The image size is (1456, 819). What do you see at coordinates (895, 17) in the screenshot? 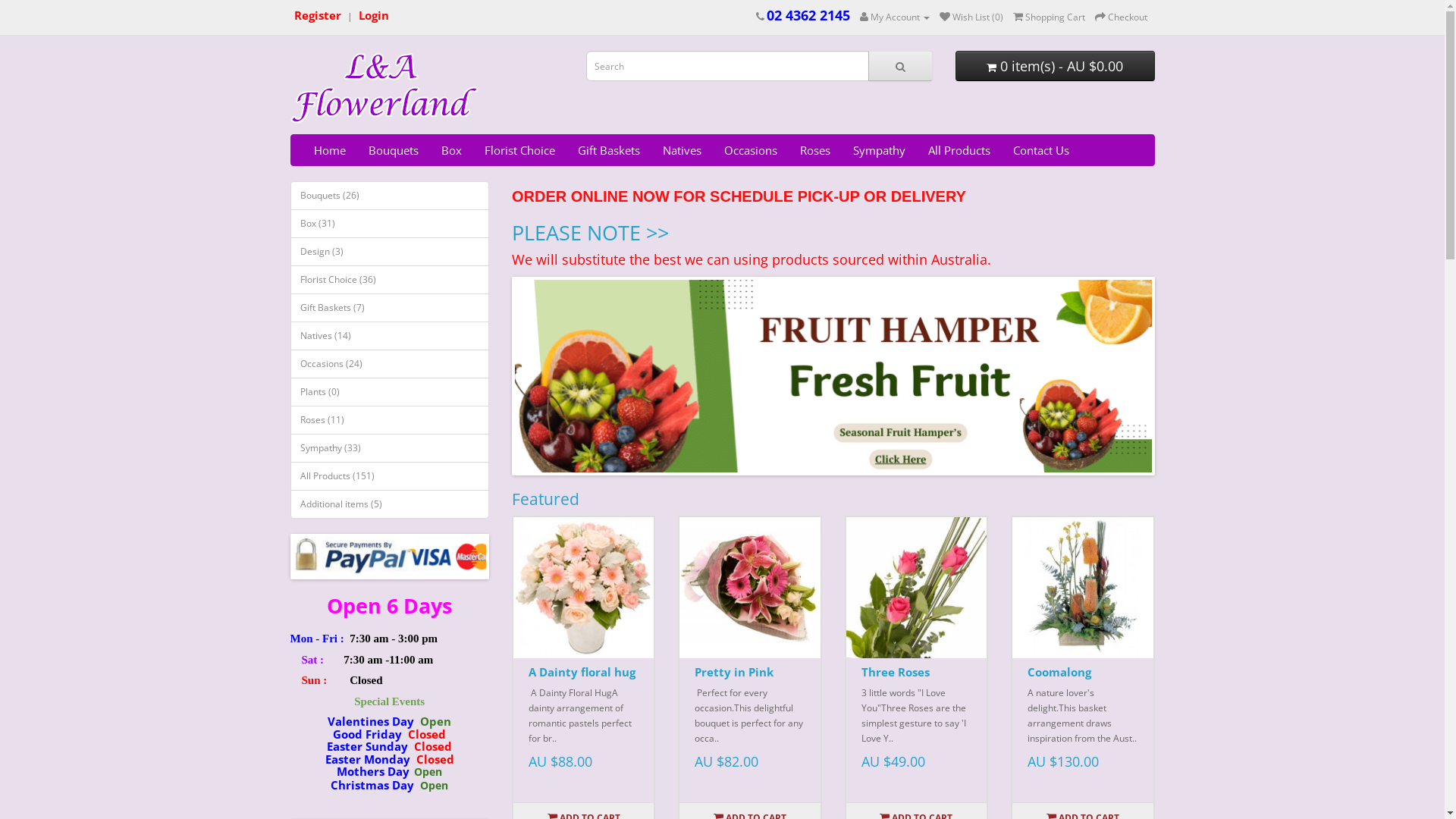
I see `'My Account'` at bounding box center [895, 17].